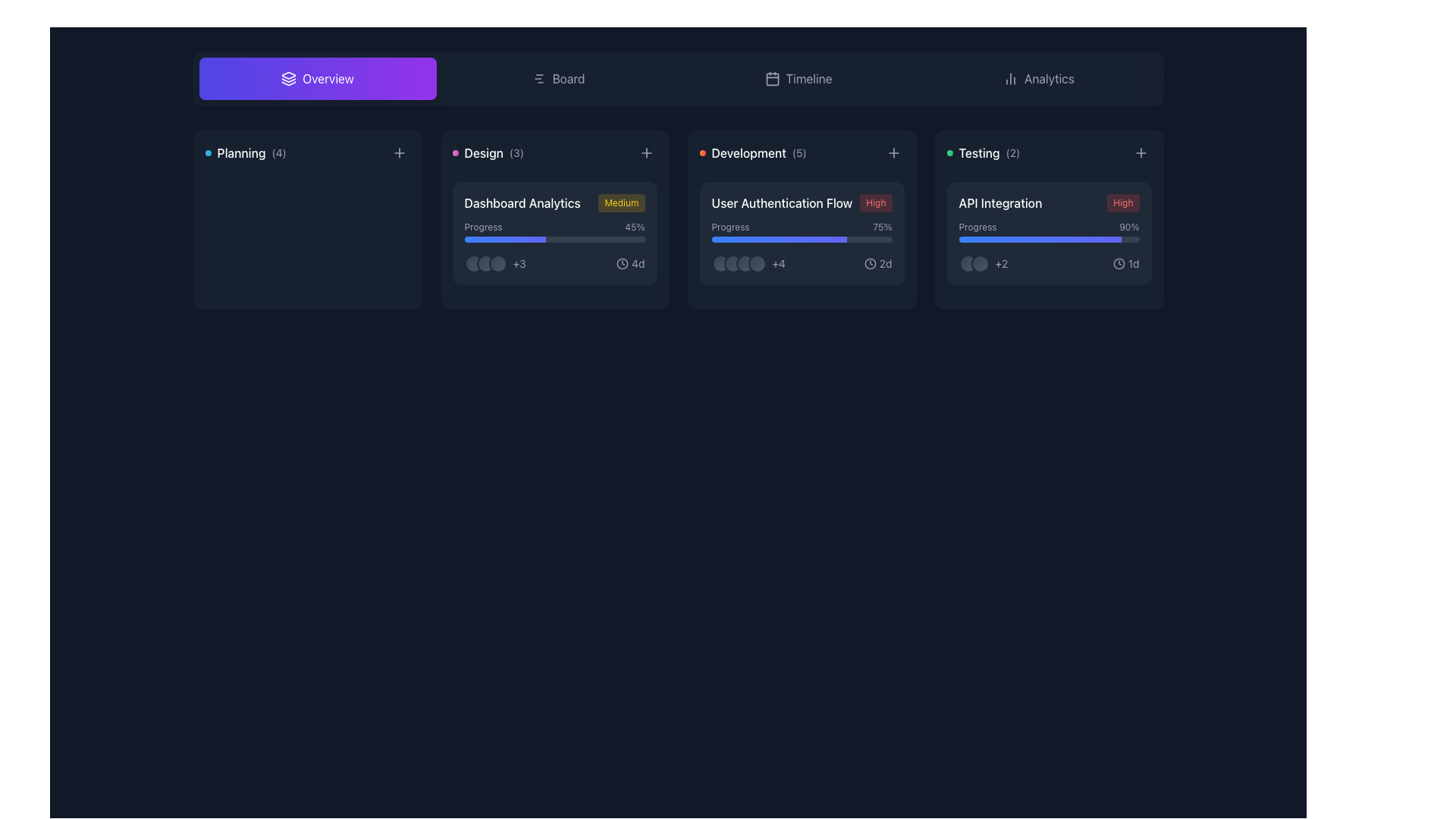 The width and height of the screenshot is (1456, 819). Describe the element at coordinates (893, 152) in the screenshot. I see `the interactive button located at the upper-right corner of the 'Development (5)' section` at that location.